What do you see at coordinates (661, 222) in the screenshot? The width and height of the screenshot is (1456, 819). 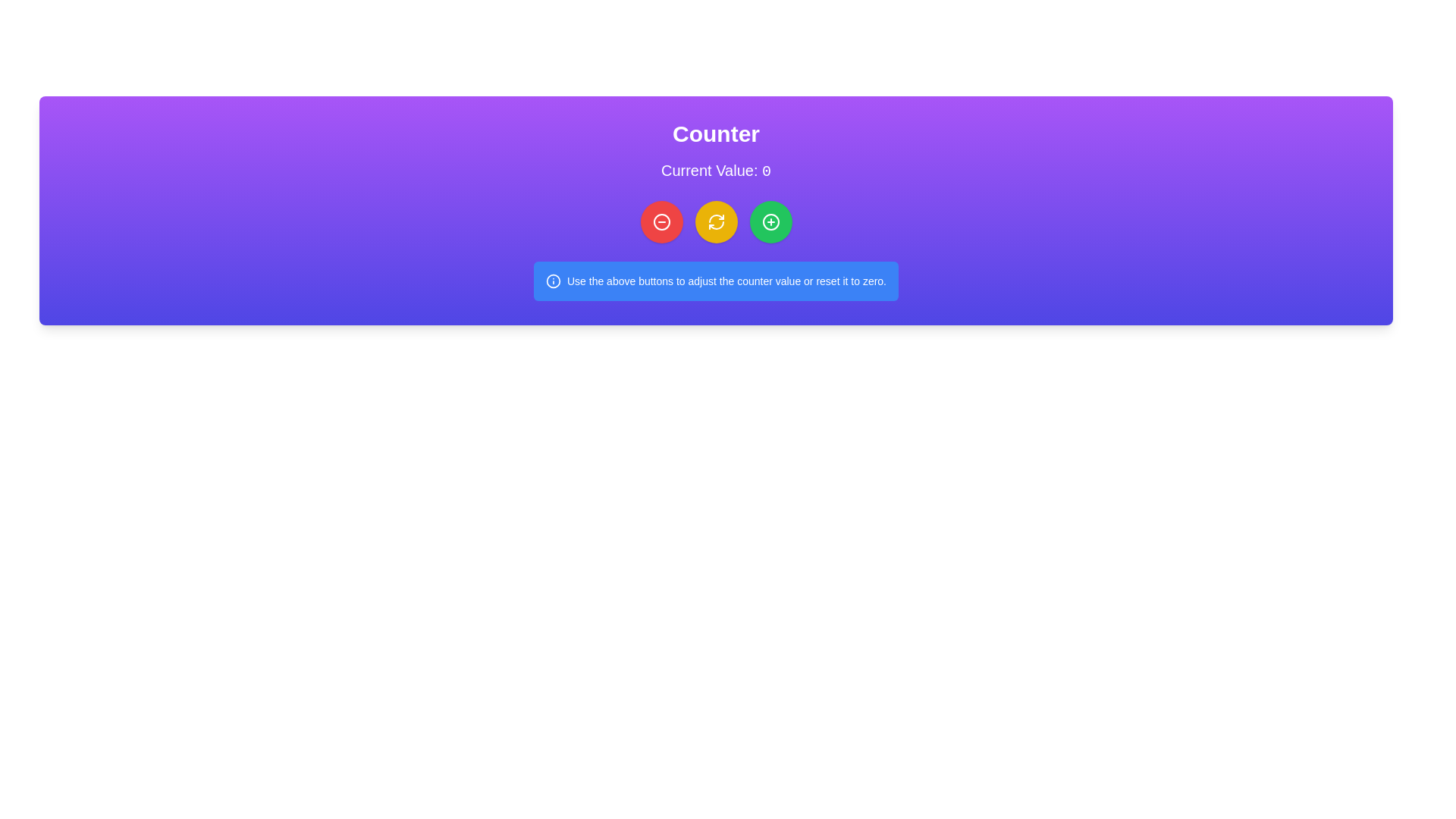 I see `the red decrement button, which features a 'minus' icon, to observe its interactive style changes` at bounding box center [661, 222].